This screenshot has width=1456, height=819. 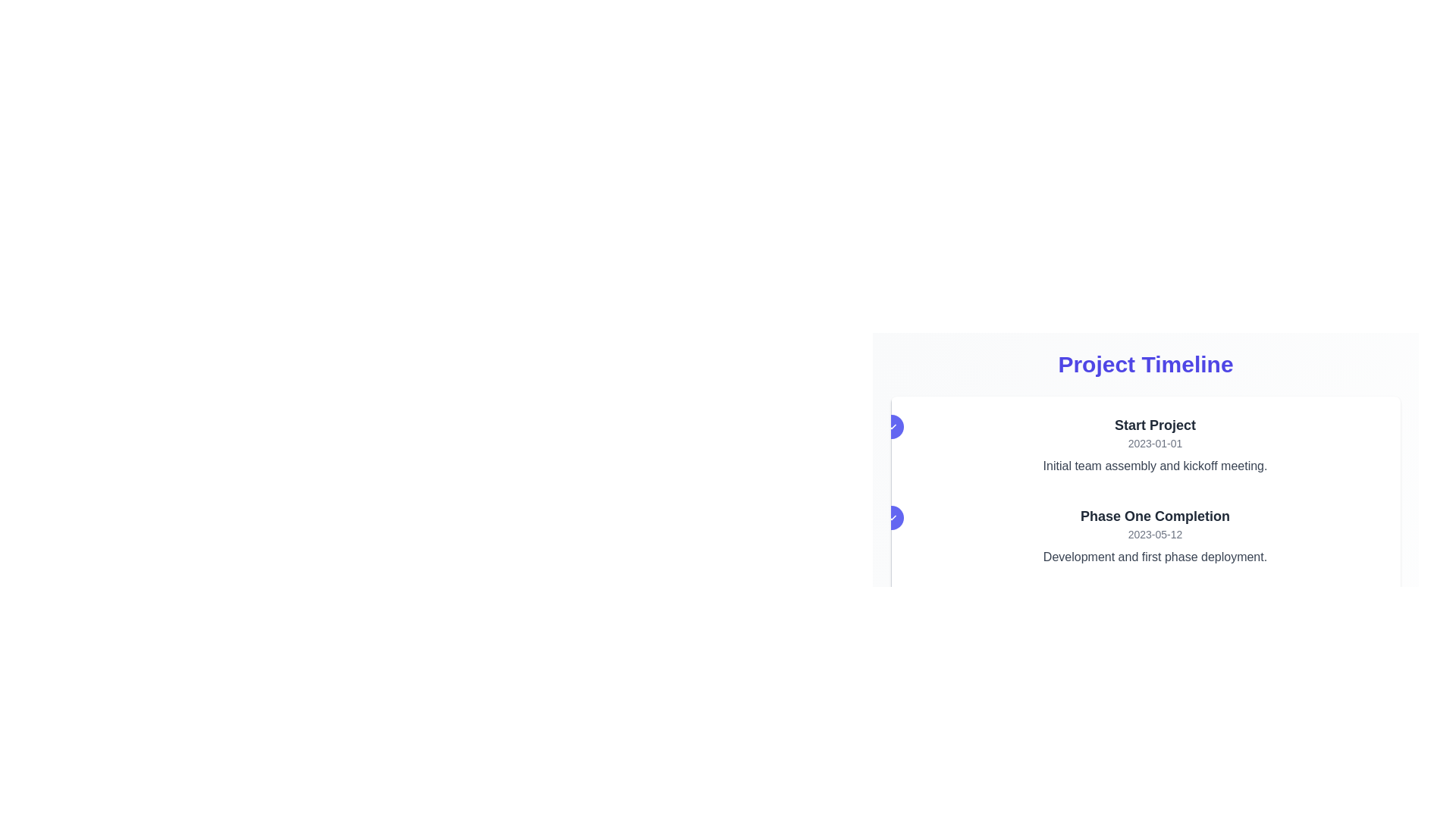 I want to click on the indigo circular button with a white downward-facing chevron icon, located beside the 'Phase One Completion' milestone, so click(x=892, y=516).